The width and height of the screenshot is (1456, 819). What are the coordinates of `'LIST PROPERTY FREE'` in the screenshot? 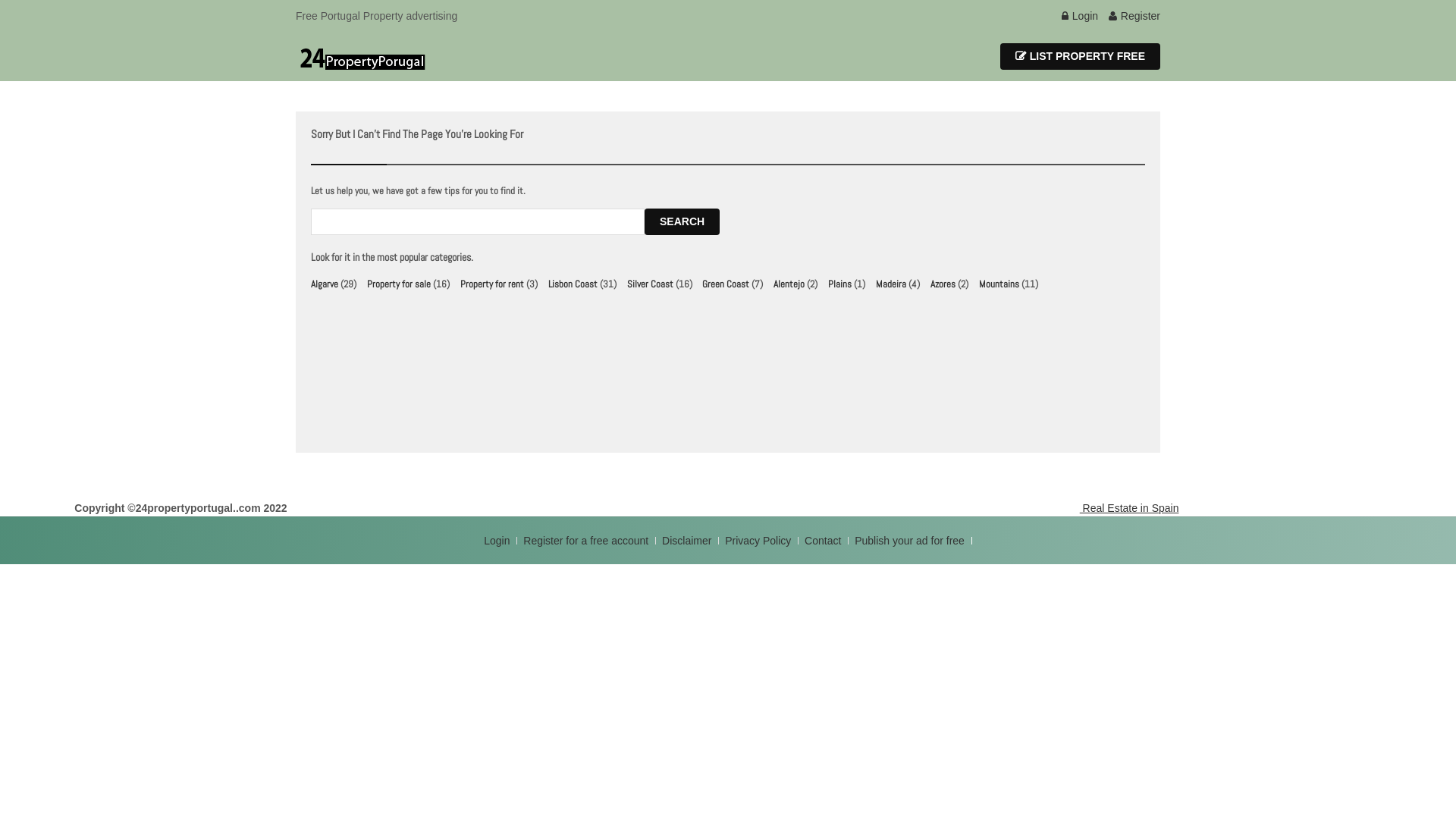 It's located at (1079, 55).